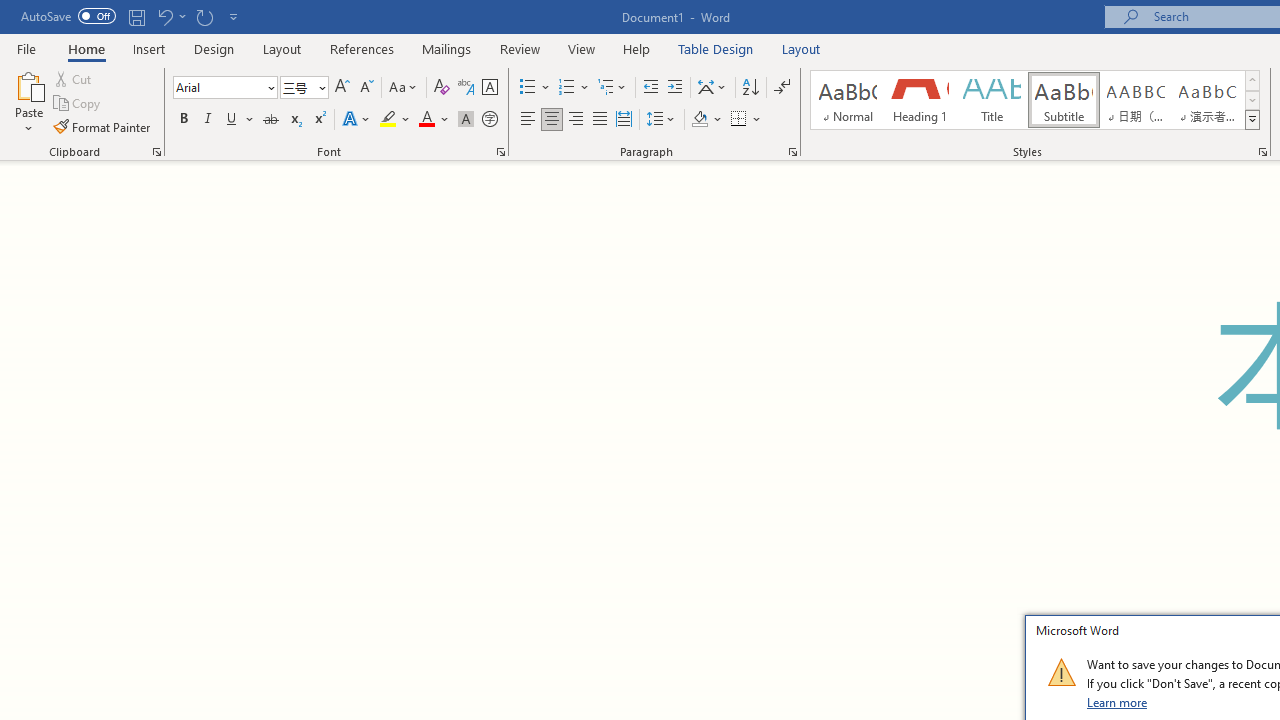 This screenshot has width=1280, height=720. I want to click on 'Phonetic Guide...', so click(464, 86).